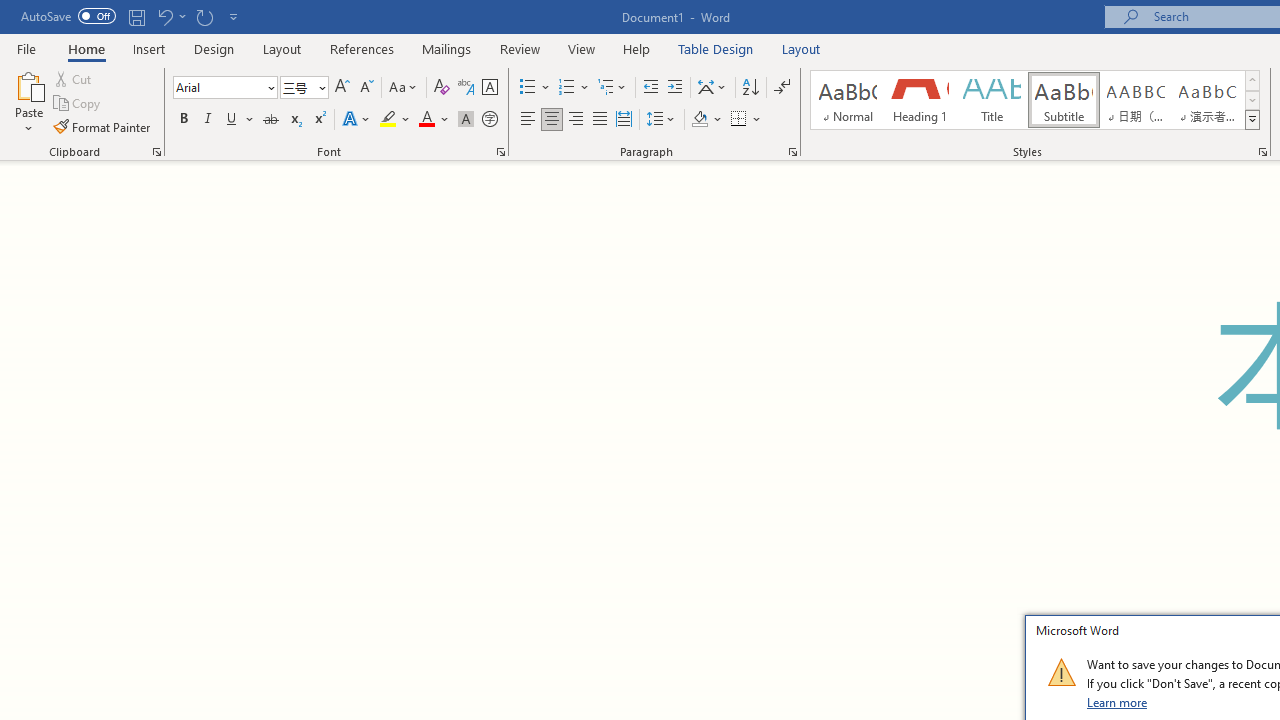 This screenshot has width=1280, height=720. I want to click on 'Phonetic Guide...', so click(464, 86).